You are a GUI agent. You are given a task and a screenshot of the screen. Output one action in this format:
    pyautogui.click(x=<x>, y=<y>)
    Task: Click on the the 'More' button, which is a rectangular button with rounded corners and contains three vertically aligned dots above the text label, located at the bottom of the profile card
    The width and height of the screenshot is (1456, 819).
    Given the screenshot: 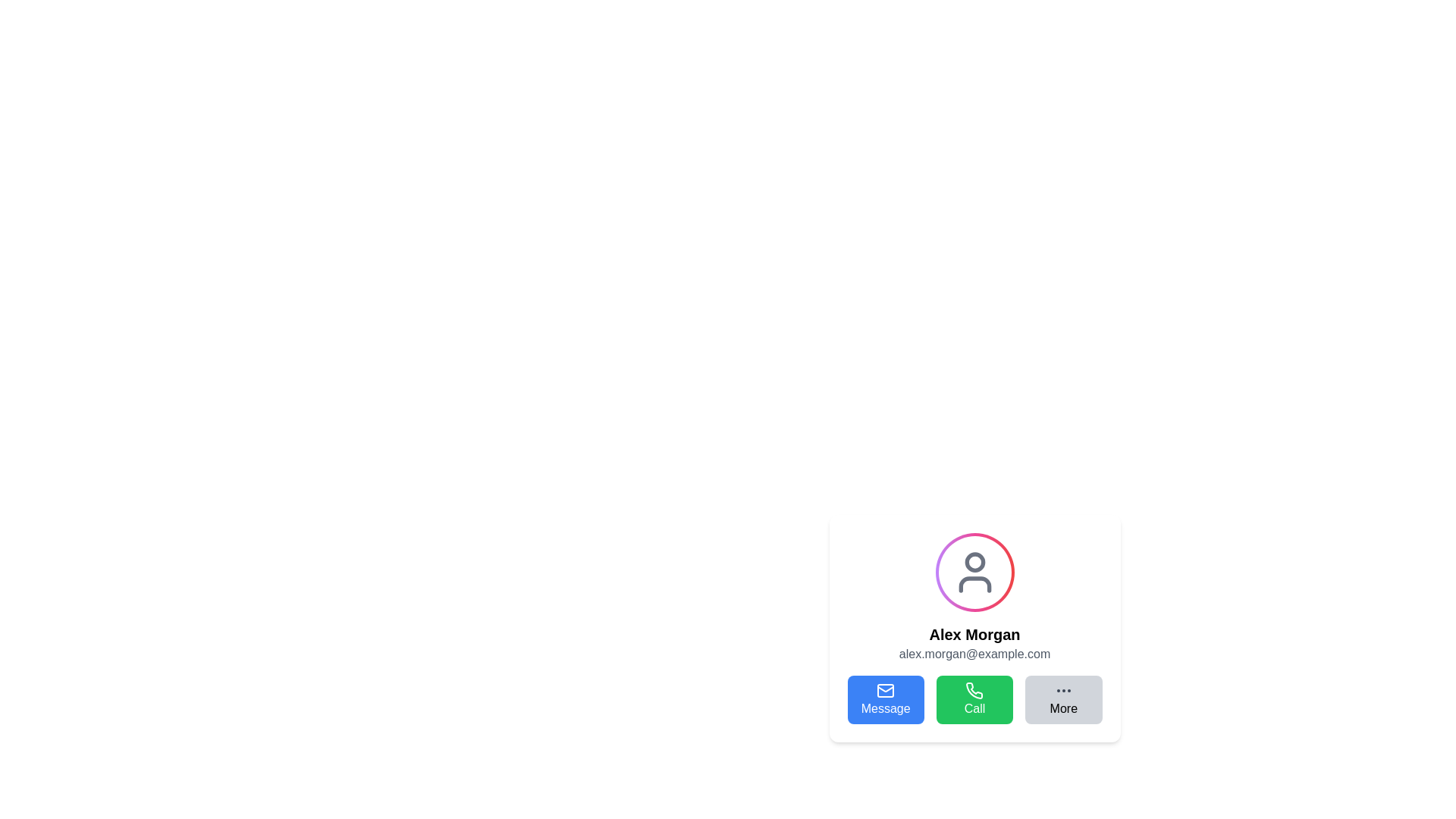 What is the action you would take?
    pyautogui.click(x=1062, y=699)
    